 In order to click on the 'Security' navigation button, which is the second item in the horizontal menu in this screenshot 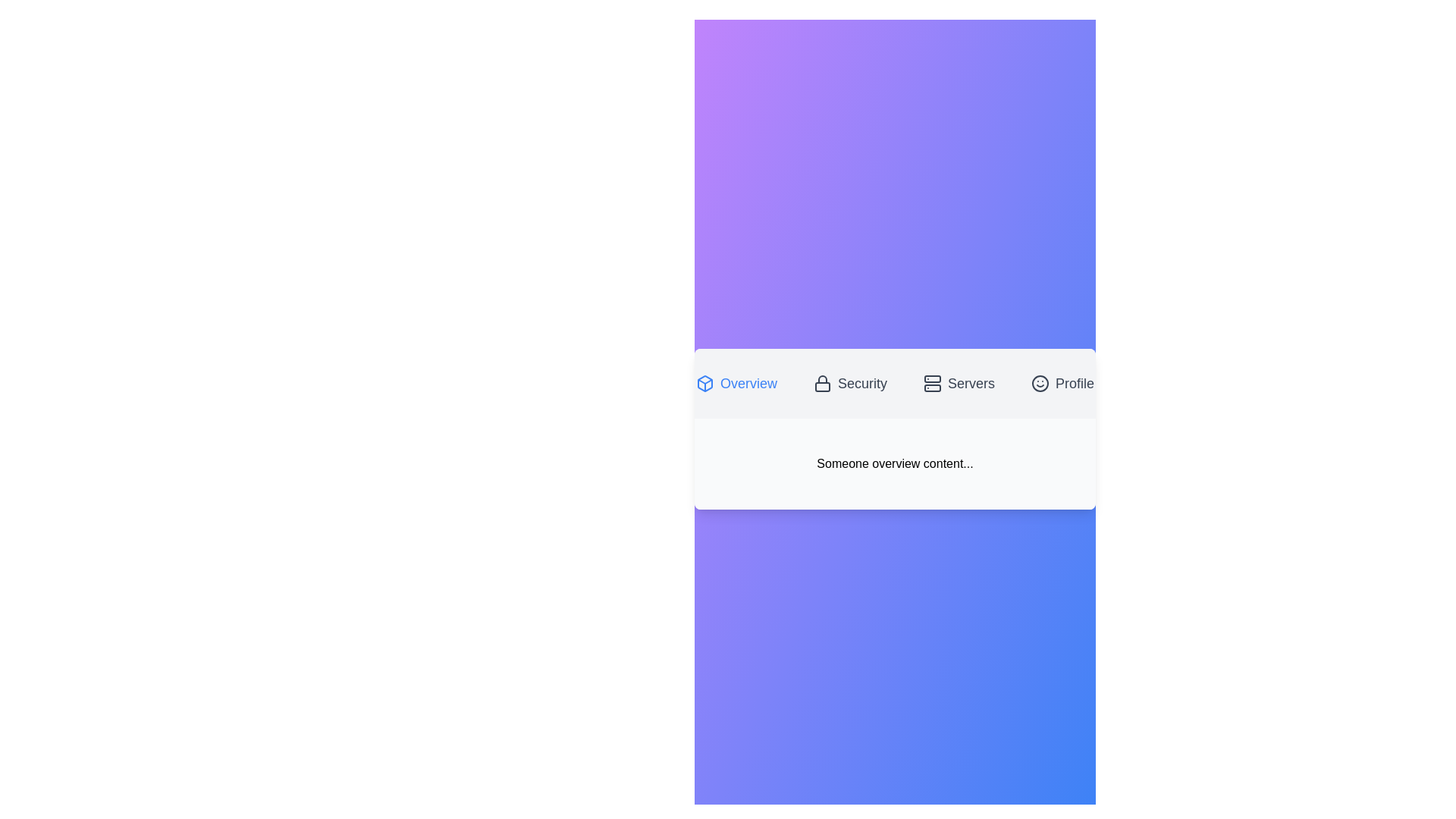, I will do `click(850, 382)`.